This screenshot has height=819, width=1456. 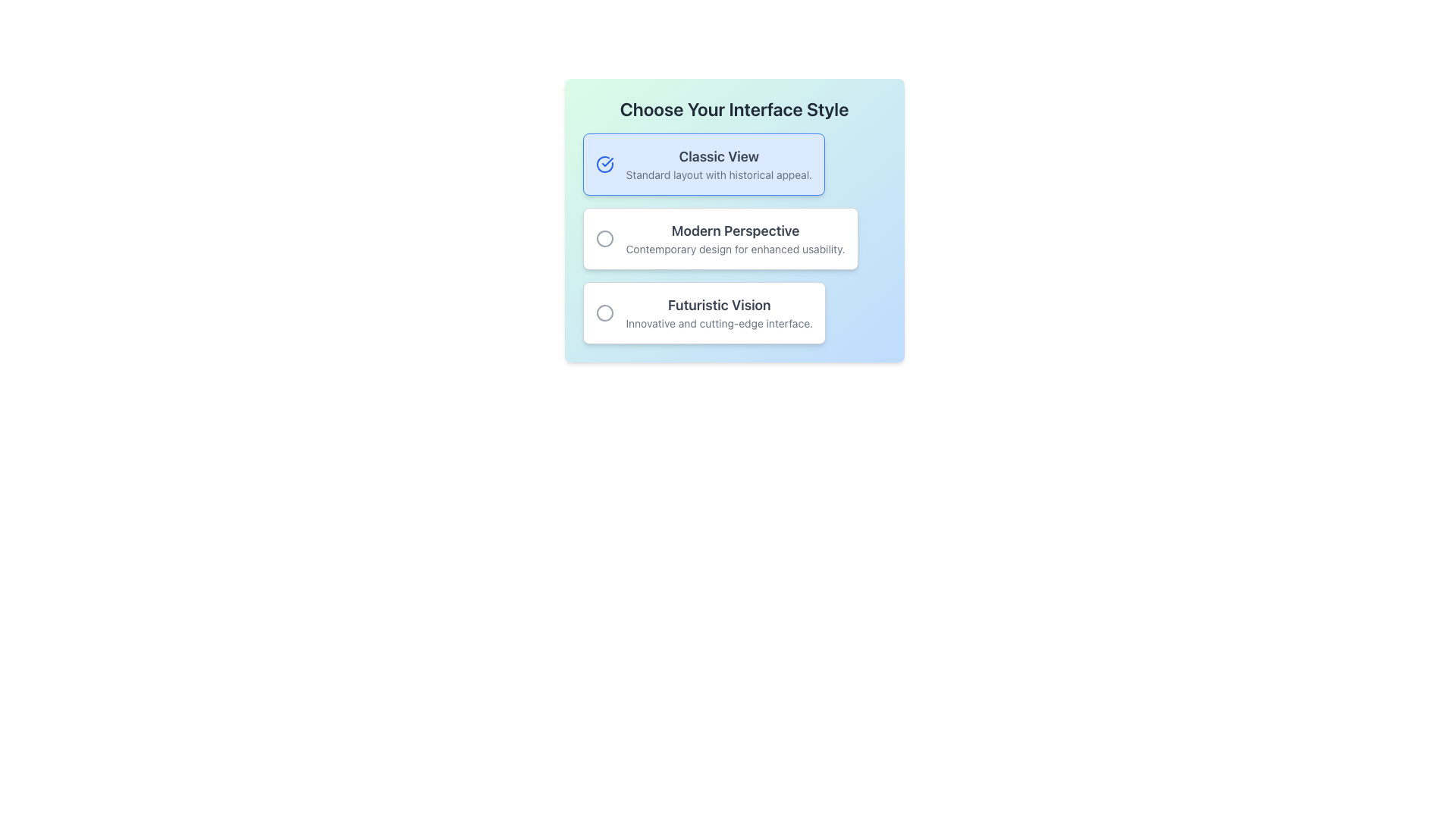 I want to click on the text element reading 'Standard layout with historical appeal.', which is located directly below the title 'Classic View', so click(x=718, y=174).